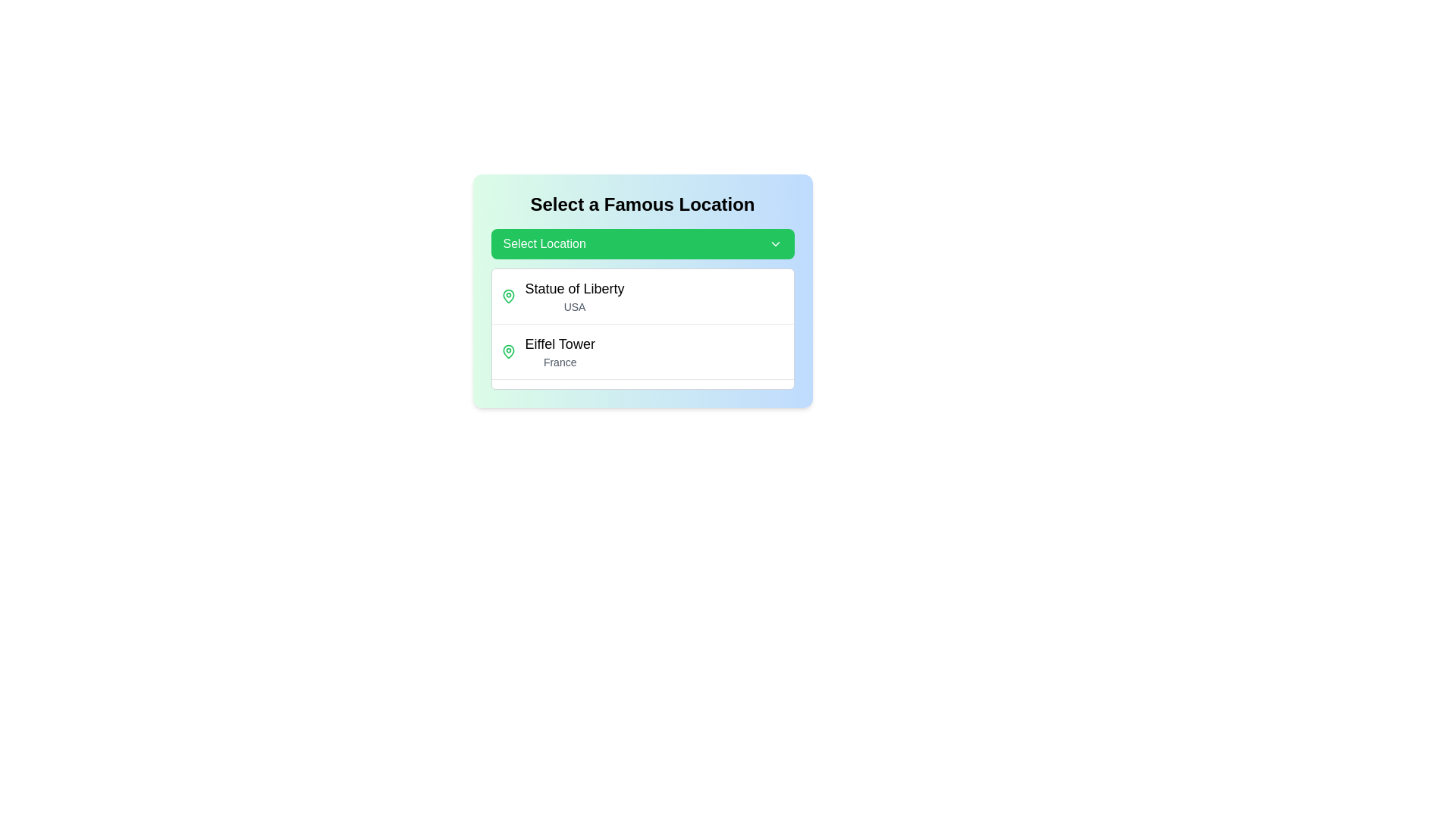 Image resolution: width=1456 pixels, height=819 pixels. I want to click on the text label displaying 'Eiffel Tower' which is styled with a large and bold font and is located above the smaller gray text 'France' in a dropdown list of famous locations, so click(559, 344).